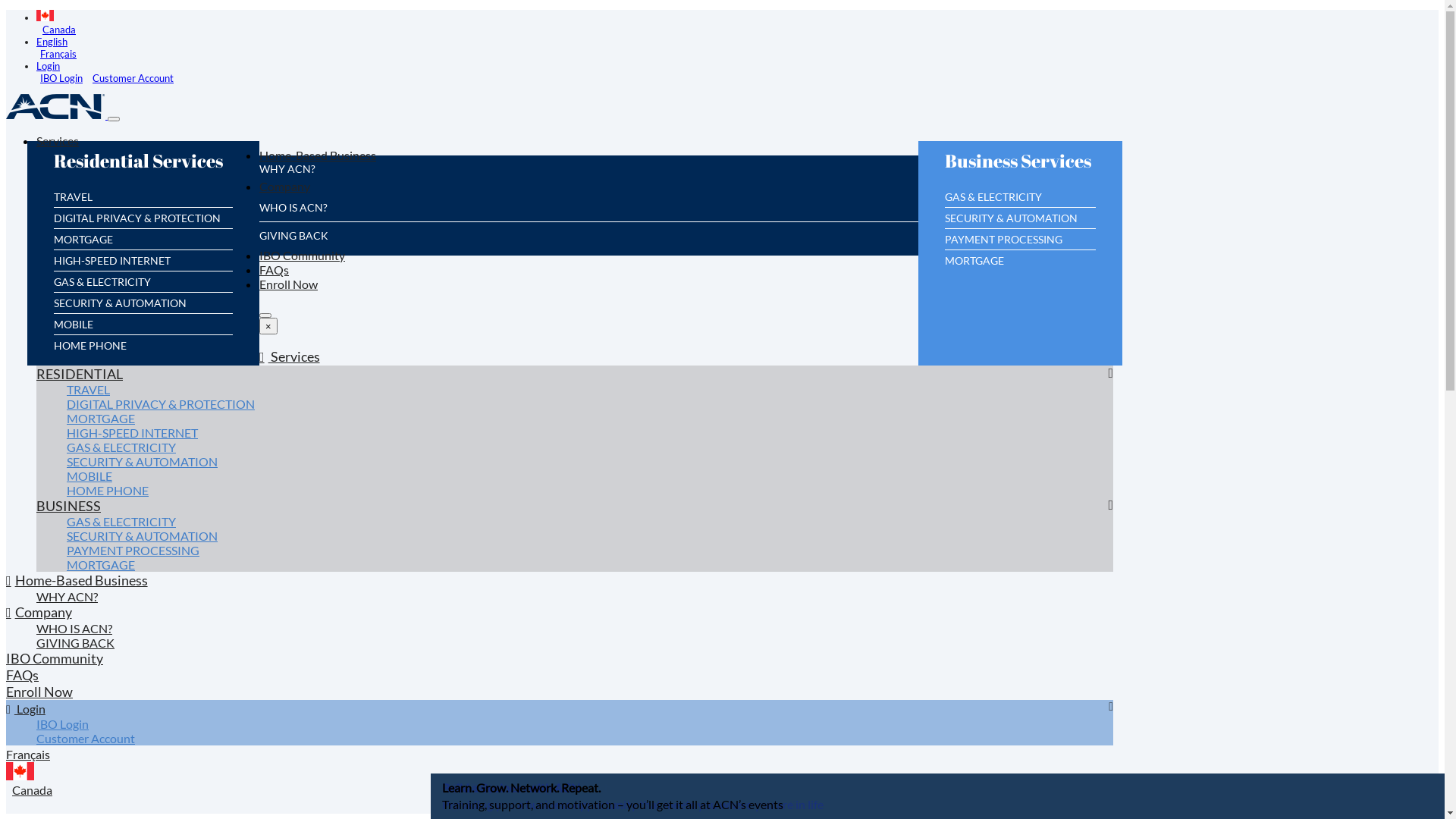  I want to click on 'HIGH-SPEED INTERNET', so click(132, 438).